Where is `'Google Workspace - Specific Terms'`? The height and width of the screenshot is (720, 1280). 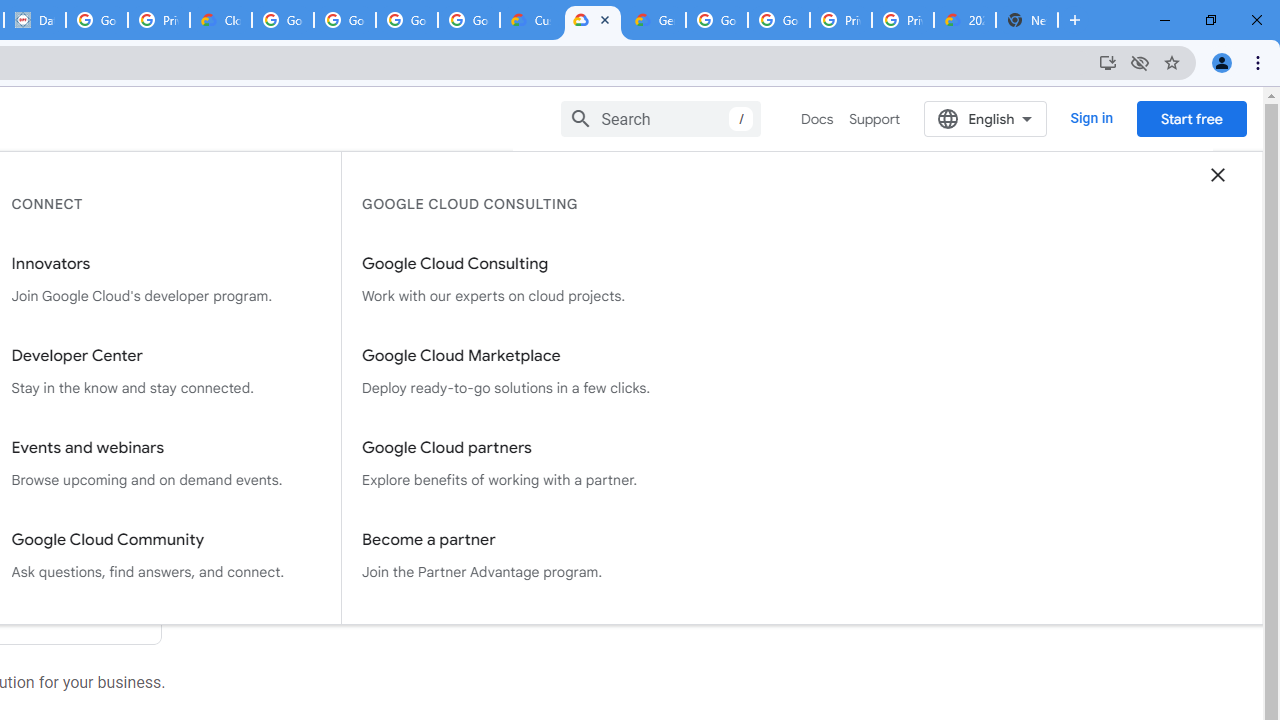
'Google Workspace - Specific Terms' is located at coordinates (406, 20).